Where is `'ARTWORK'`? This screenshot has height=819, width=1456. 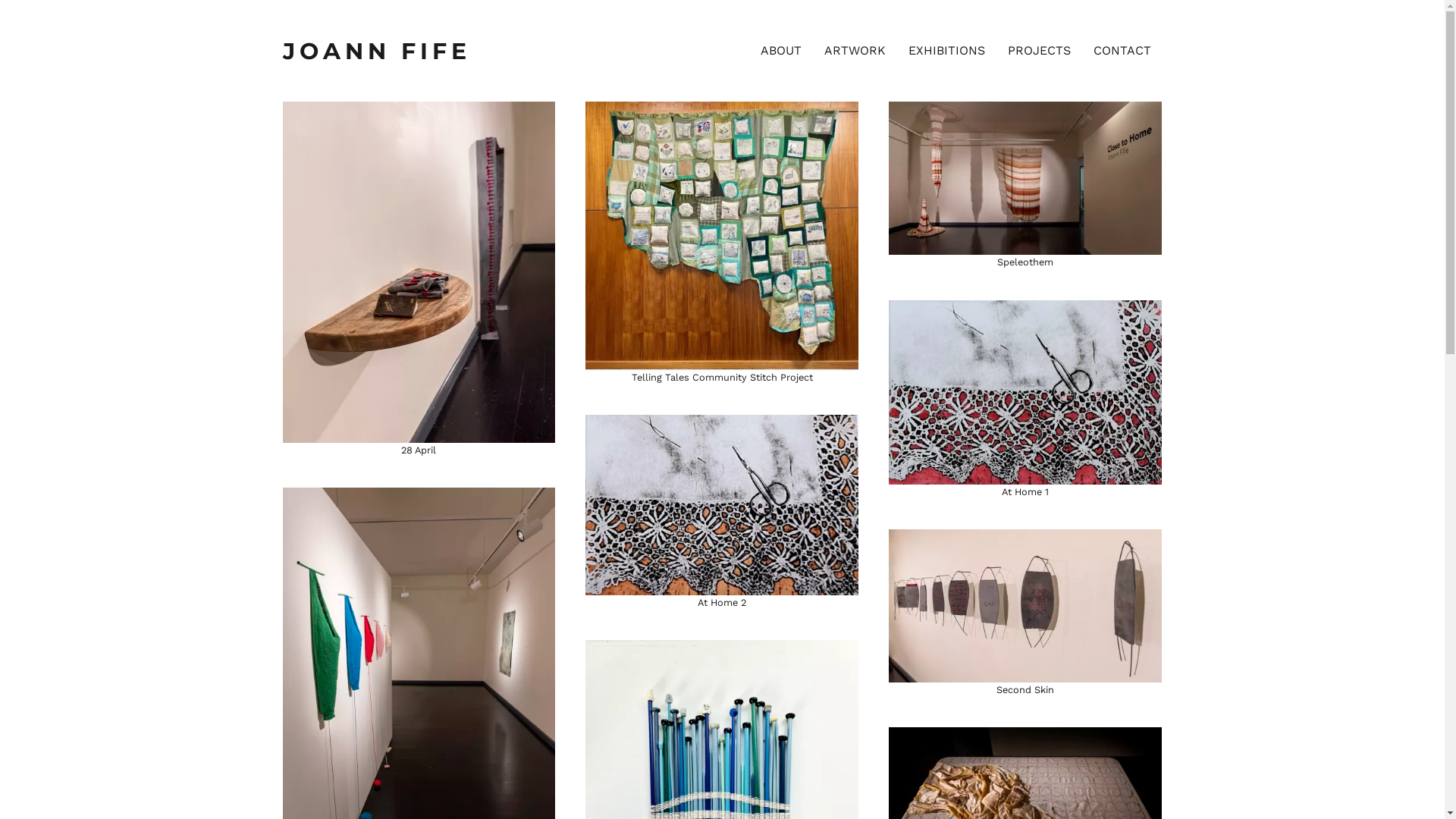 'ARTWORK' is located at coordinates (855, 49).